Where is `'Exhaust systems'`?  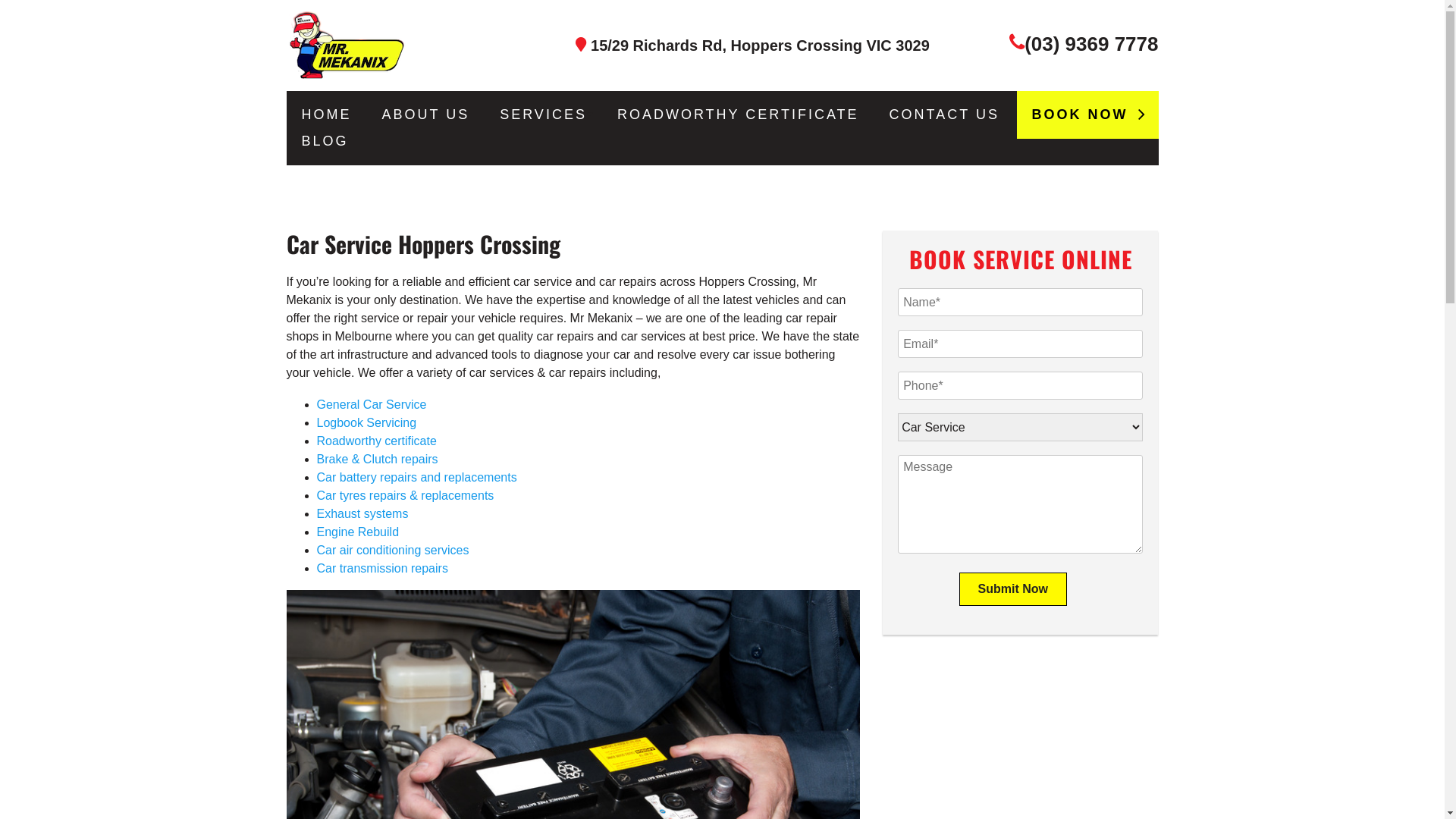
'Exhaust systems' is located at coordinates (362, 513).